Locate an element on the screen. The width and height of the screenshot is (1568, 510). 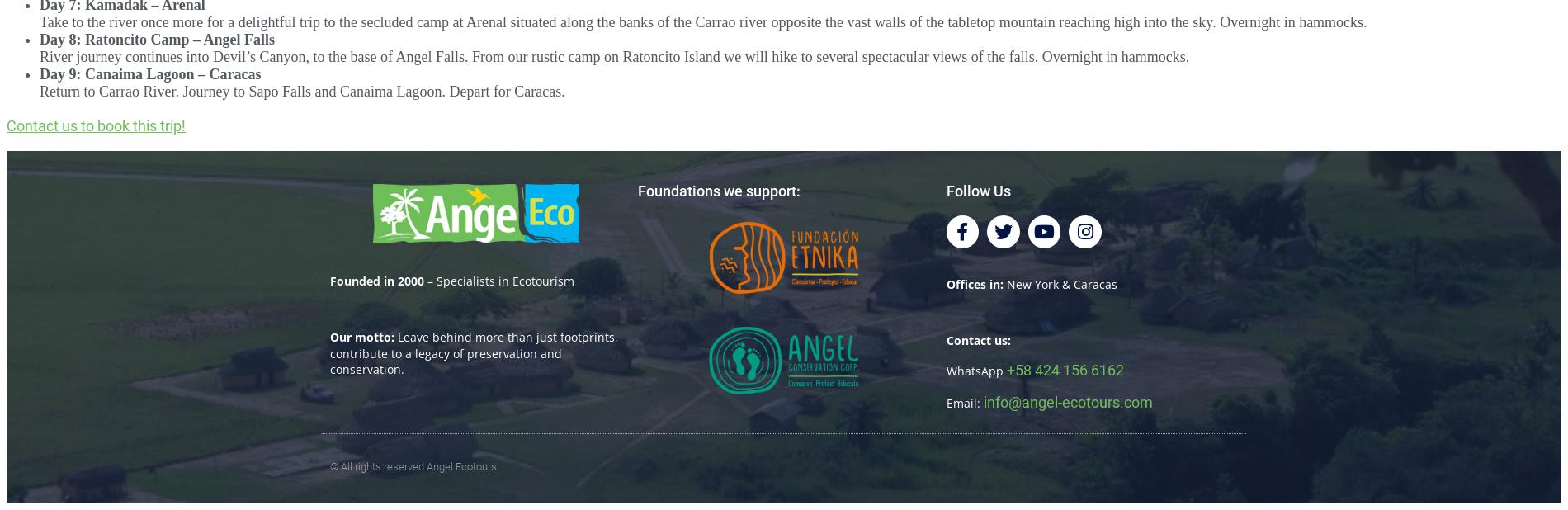
'Contact us to book this trip!' is located at coordinates (96, 125).